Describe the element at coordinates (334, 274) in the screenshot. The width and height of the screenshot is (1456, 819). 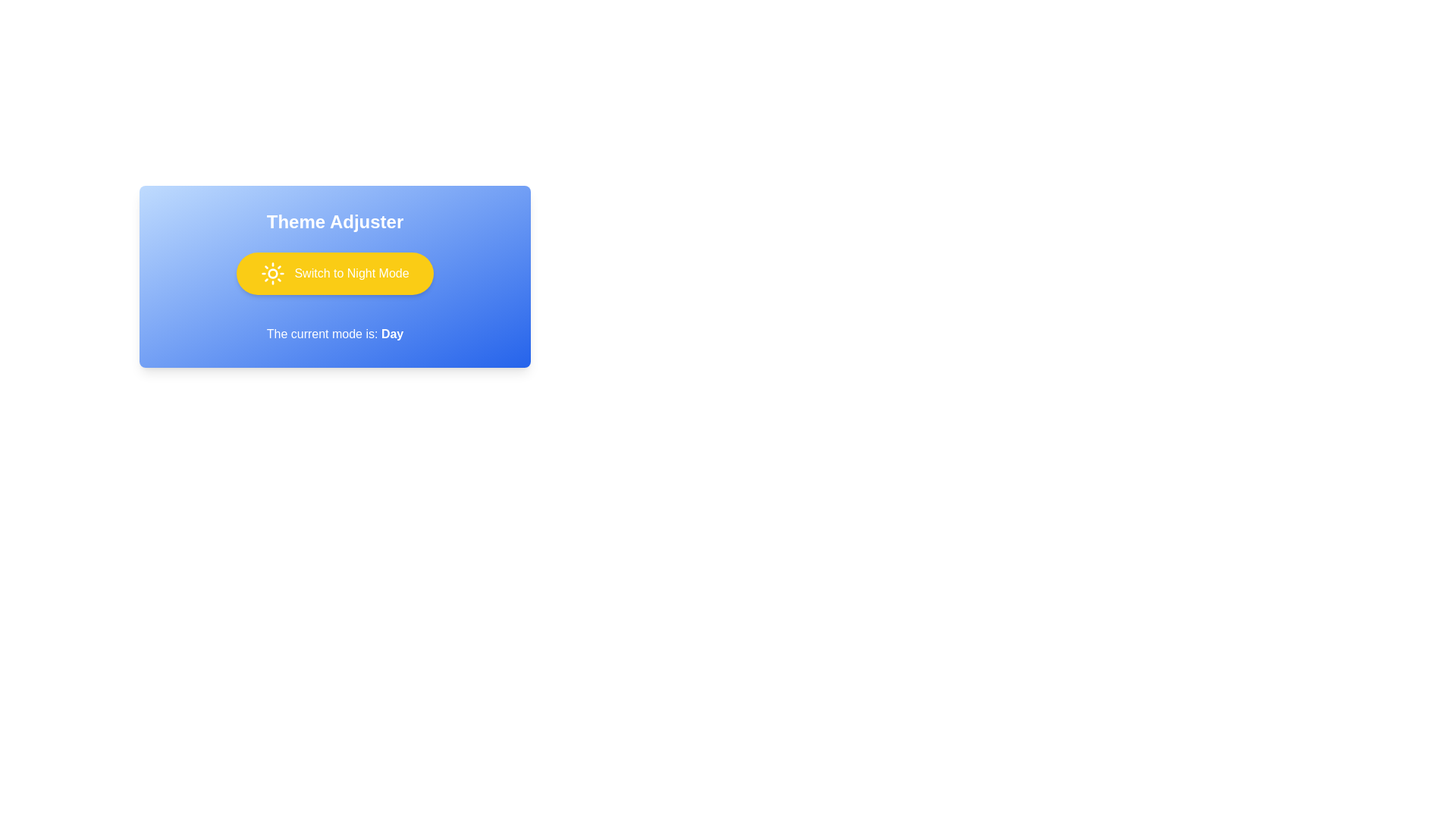
I see `button labeled 'Switch to Night Mode' to toggle the mode` at that location.